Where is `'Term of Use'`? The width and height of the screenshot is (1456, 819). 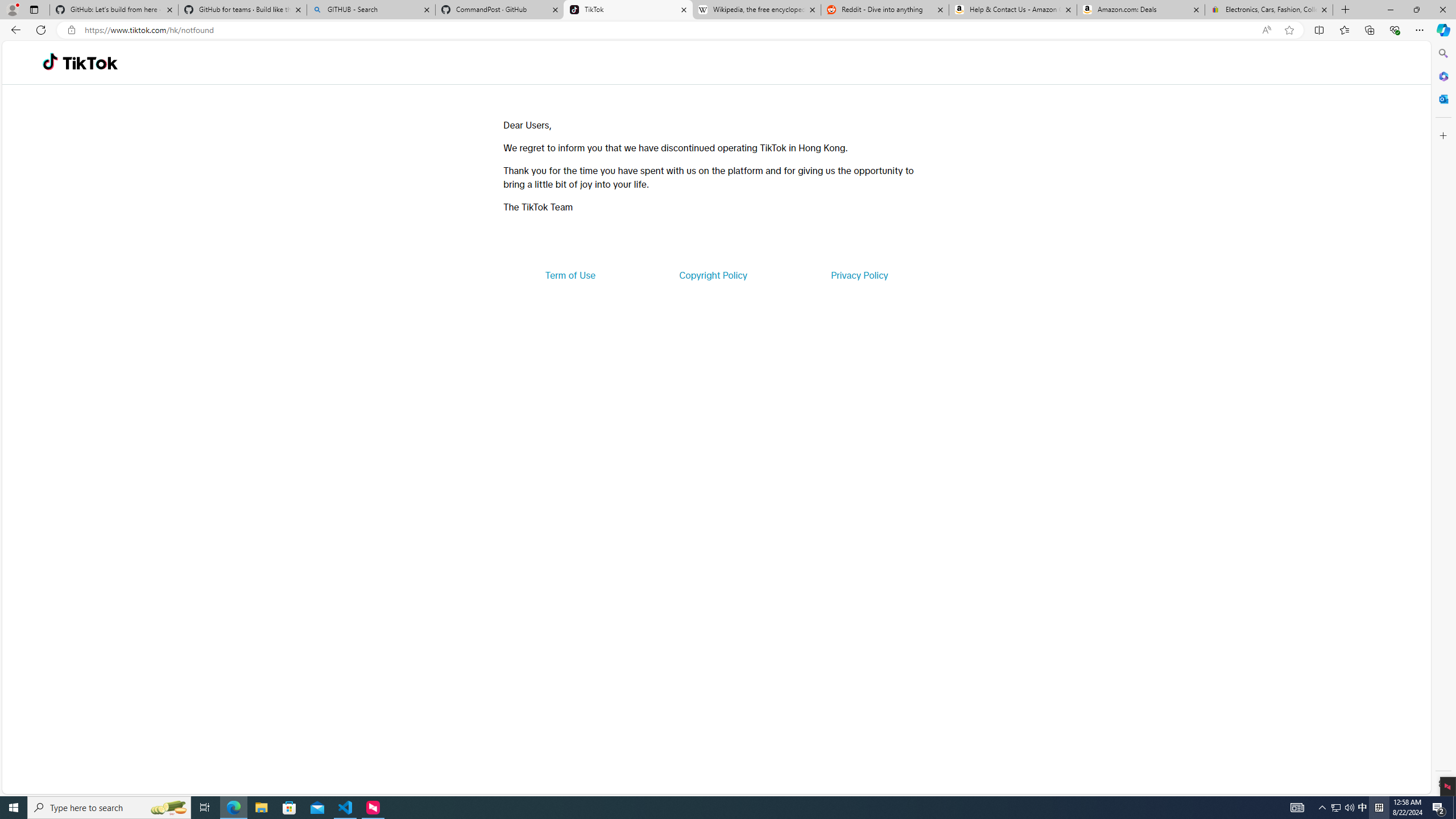 'Term of Use' is located at coordinates (570, 274).